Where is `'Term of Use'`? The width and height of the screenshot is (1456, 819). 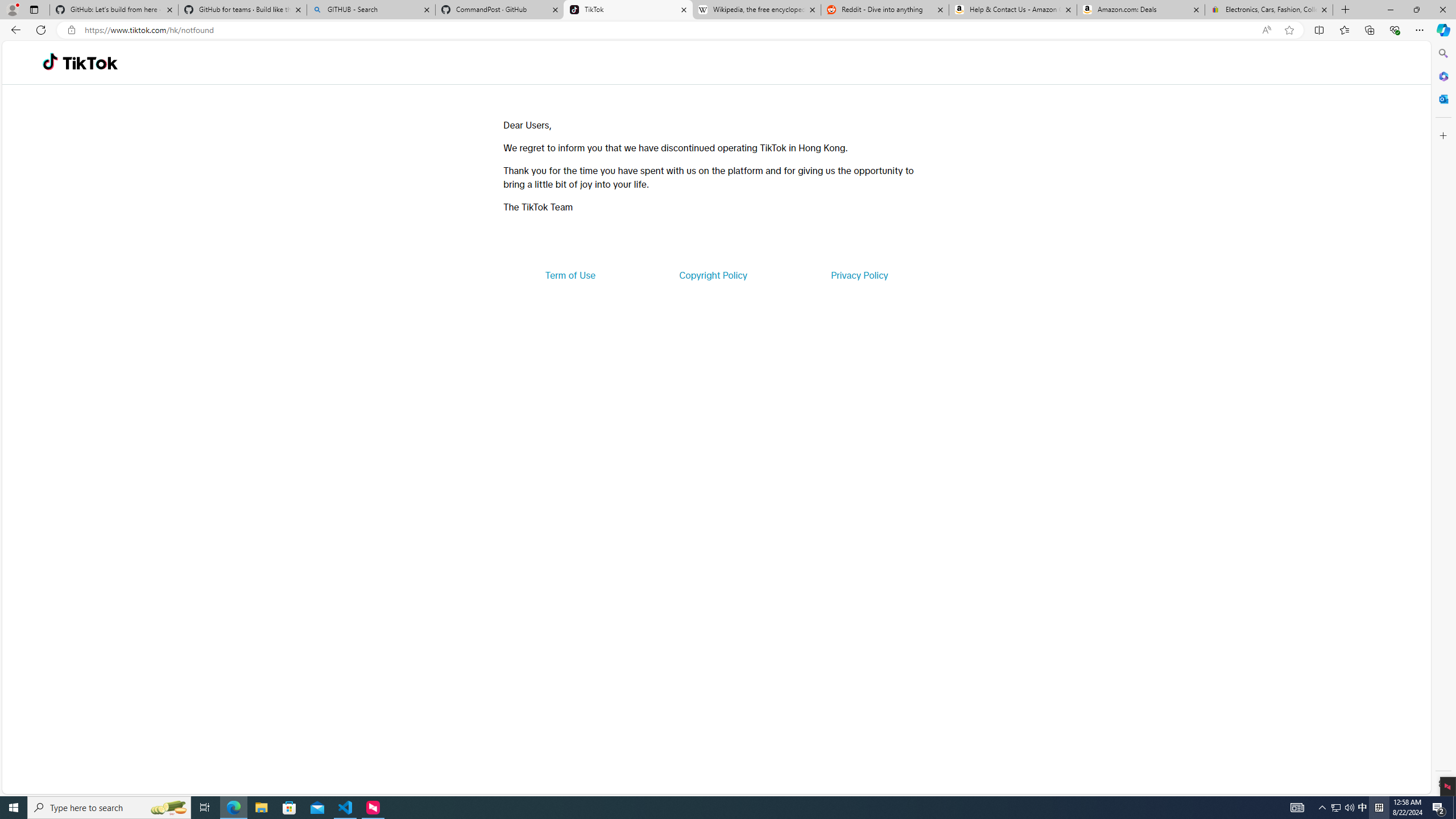 'Term of Use' is located at coordinates (570, 274).